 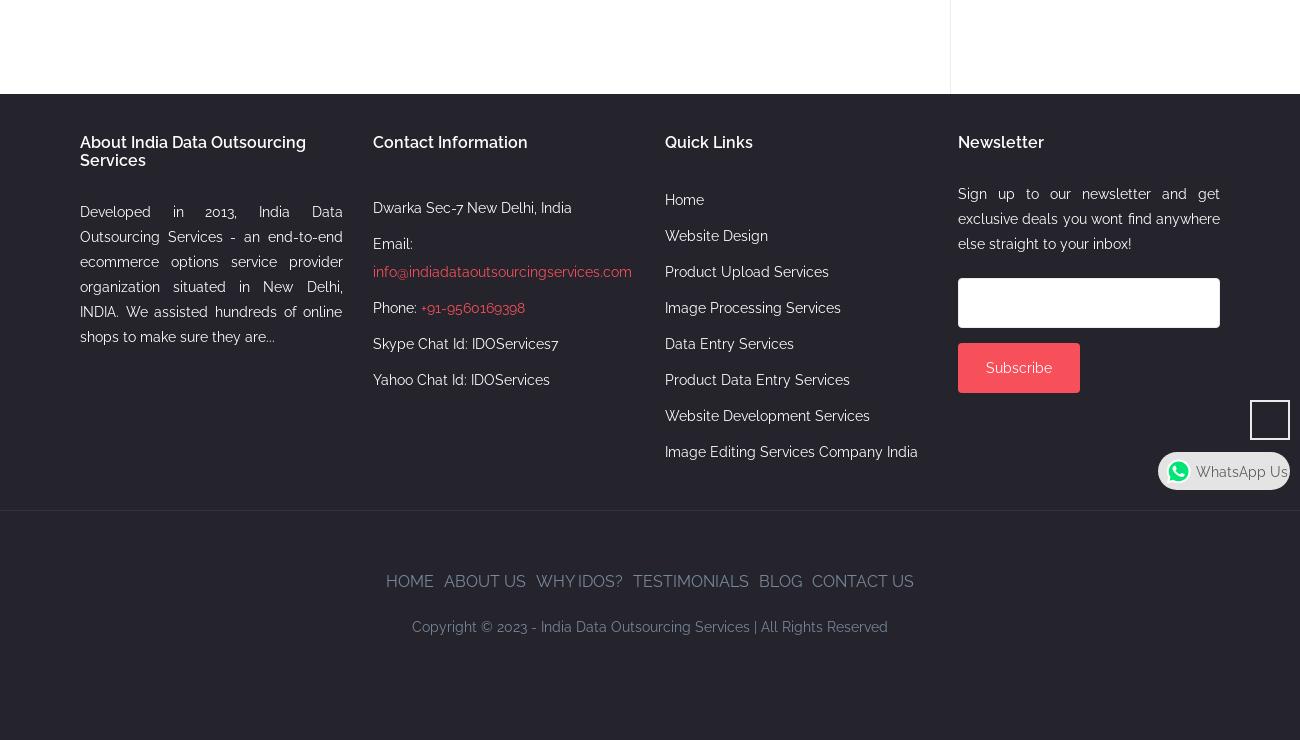 What do you see at coordinates (746, 269) in the screenshot?
I see `'Product Upload Services'` at bounding box center [746, 269].